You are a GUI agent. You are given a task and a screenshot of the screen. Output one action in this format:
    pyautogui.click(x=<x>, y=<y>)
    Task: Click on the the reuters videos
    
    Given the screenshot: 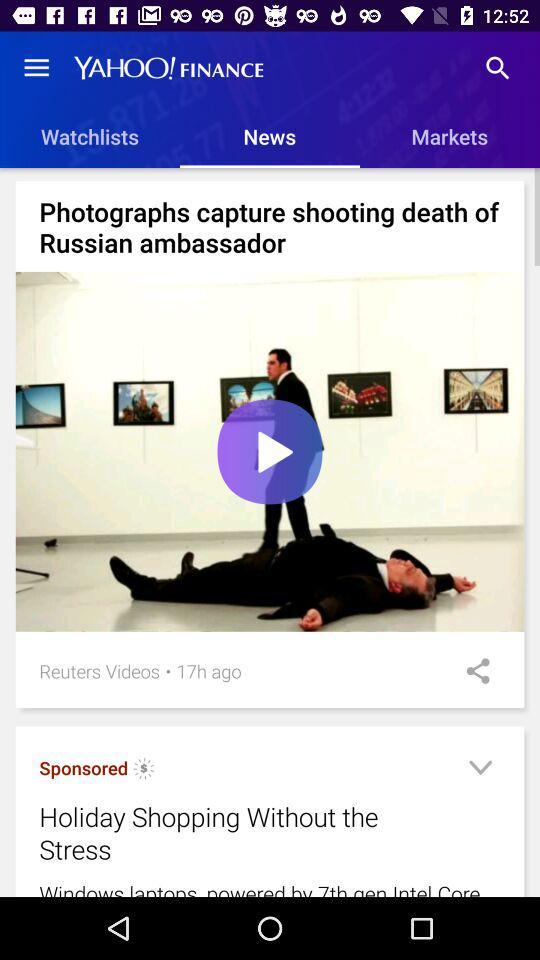 What is the action you would take?
    pyautogui.click(x=98, y=671)
    